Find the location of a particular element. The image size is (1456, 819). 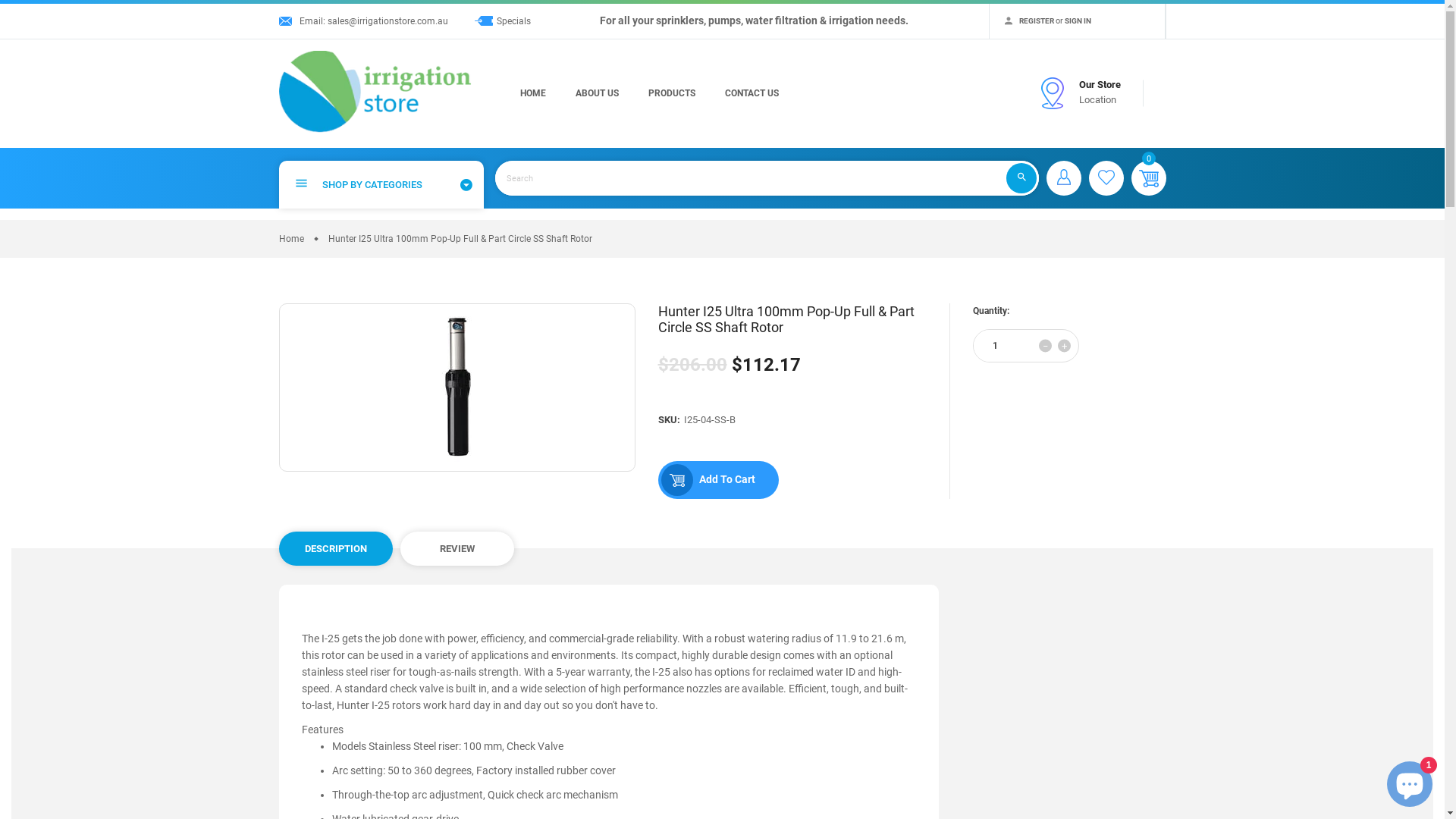

'Specials' is located at coordinates (495, 20).